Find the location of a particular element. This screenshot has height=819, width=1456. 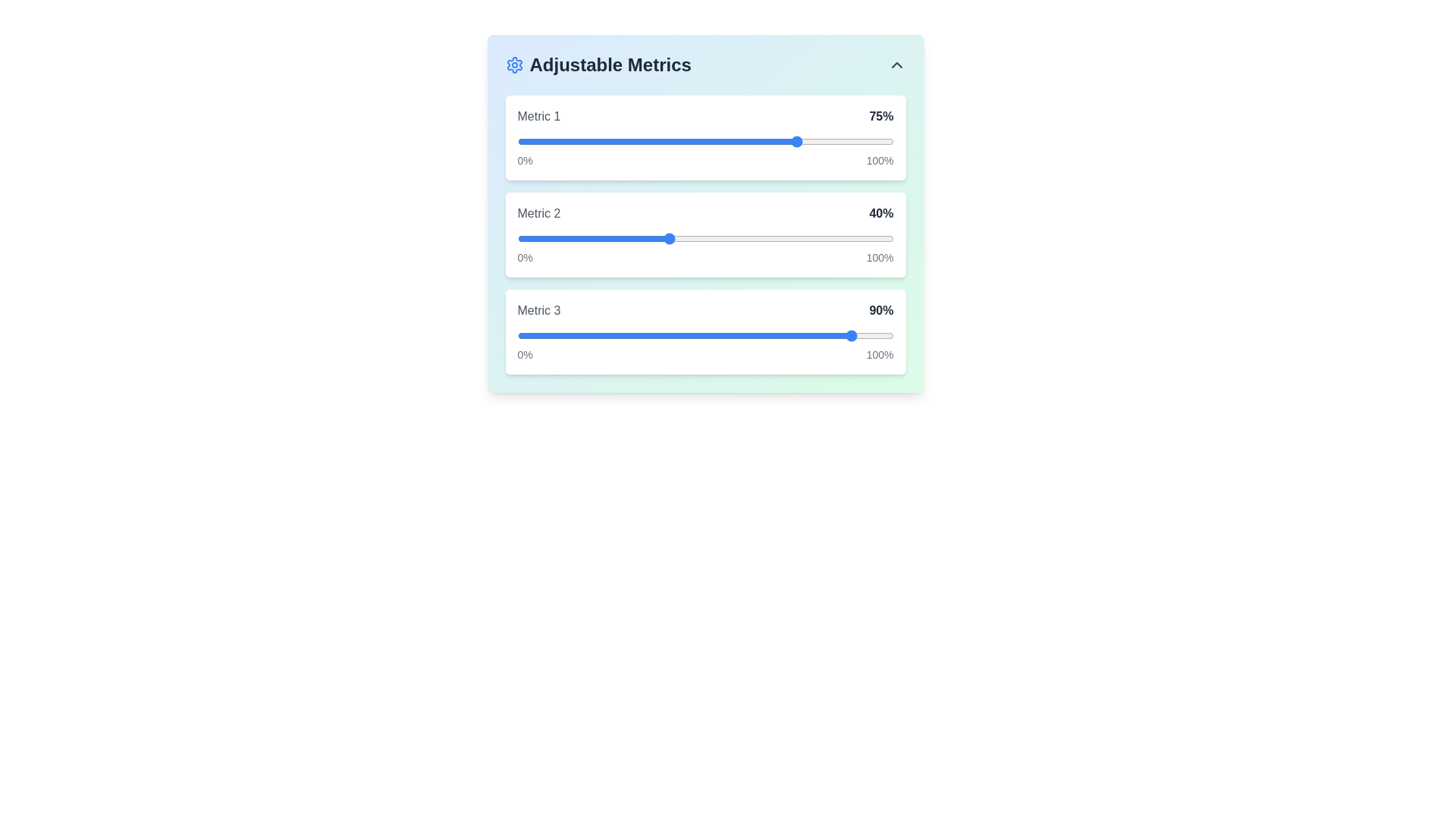

the Metric 1 slider is located at coordinates (611, 141).